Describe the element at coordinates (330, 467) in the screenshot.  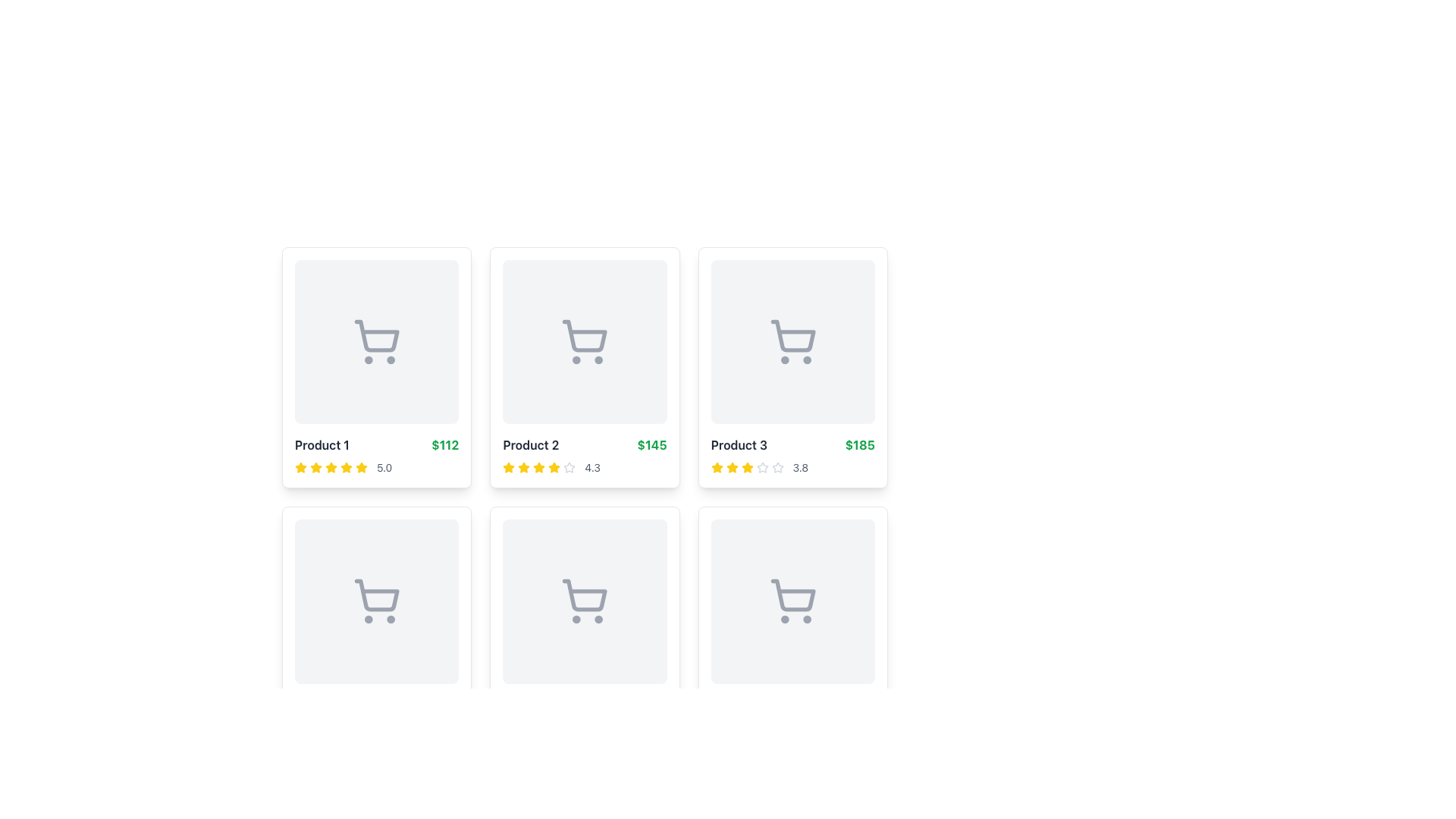
I see `the fifth star icon in the rating section of 'Product 1', which visually represents the fifth unit of a rating score` at that location.